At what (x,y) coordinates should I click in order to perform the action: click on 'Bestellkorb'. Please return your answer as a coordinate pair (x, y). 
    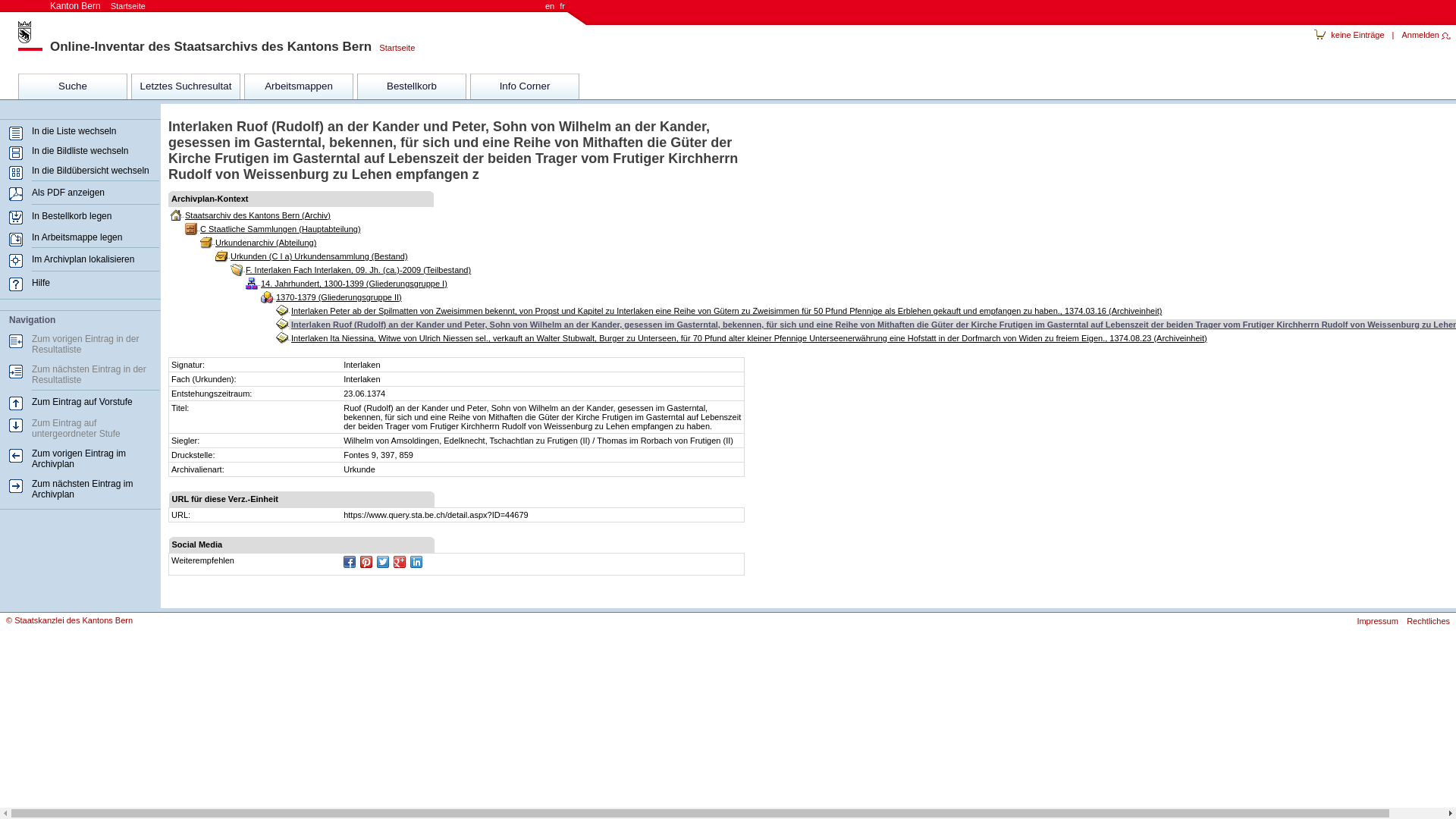
    Looking at the image, I should click on (411, 86).